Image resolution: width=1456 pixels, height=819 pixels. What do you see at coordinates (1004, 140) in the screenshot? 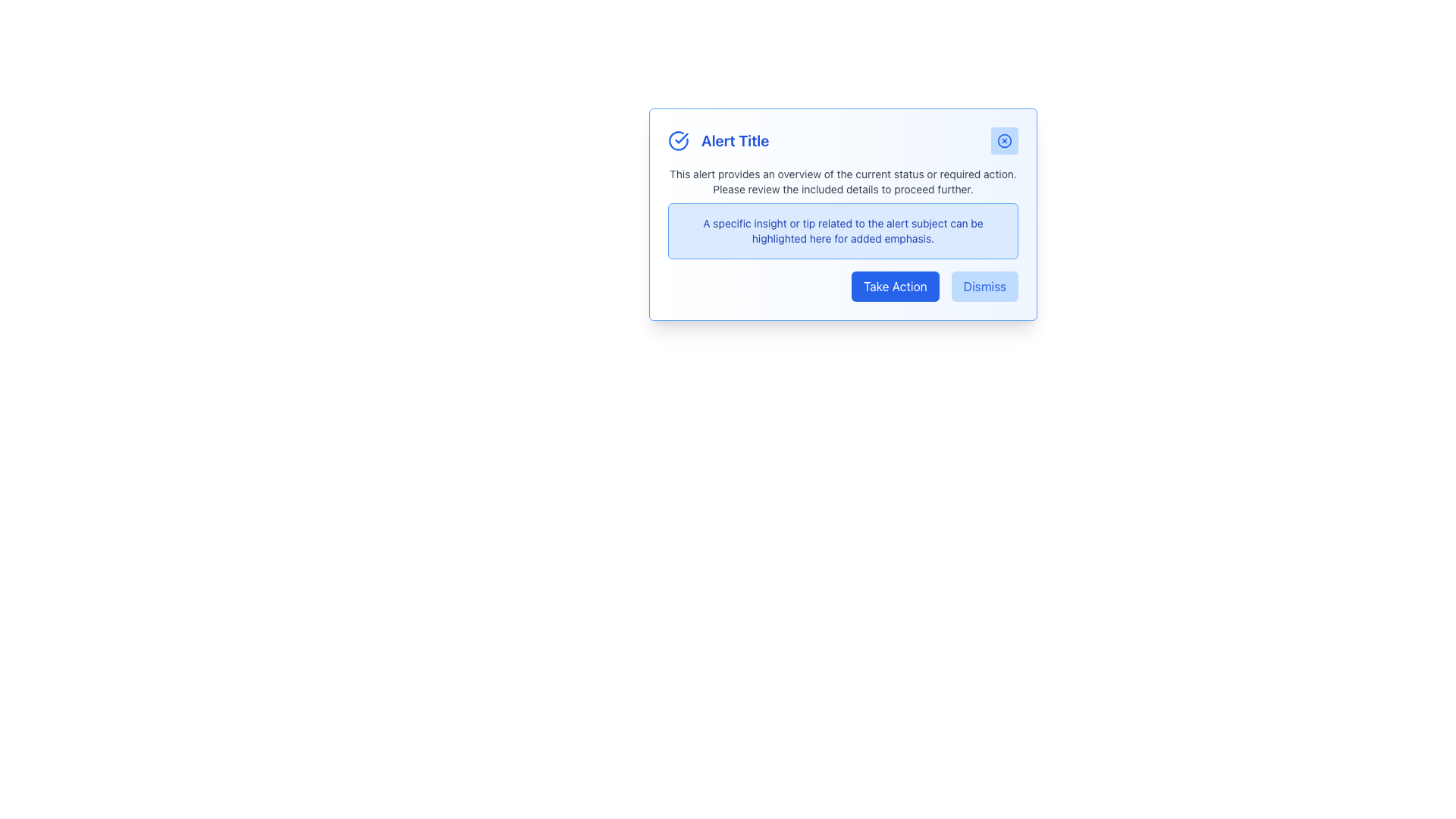
I see `the SVG circle element that serves as the dismiss button for the notification box, located at the upper-right corner of the notification box` at bounding box center [1004, 140].